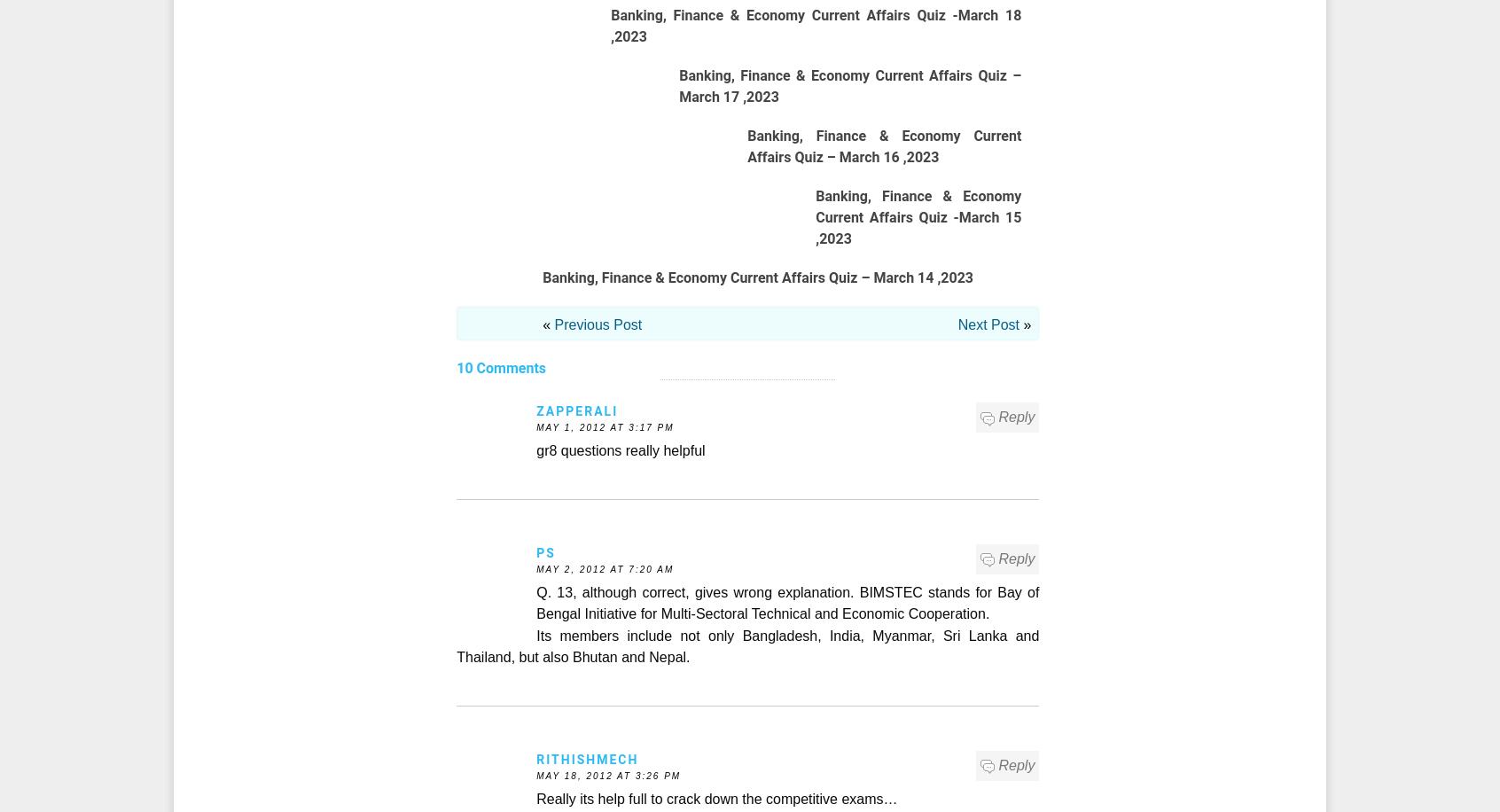 This screenshot has height=812, width=1500. What do you see at coordinates (816, 26) in the screenshot?
I see `'Banking, Finance & Economy Current Affairs Quiz -March 18 ,2023'` at bounding box center [816, 26].